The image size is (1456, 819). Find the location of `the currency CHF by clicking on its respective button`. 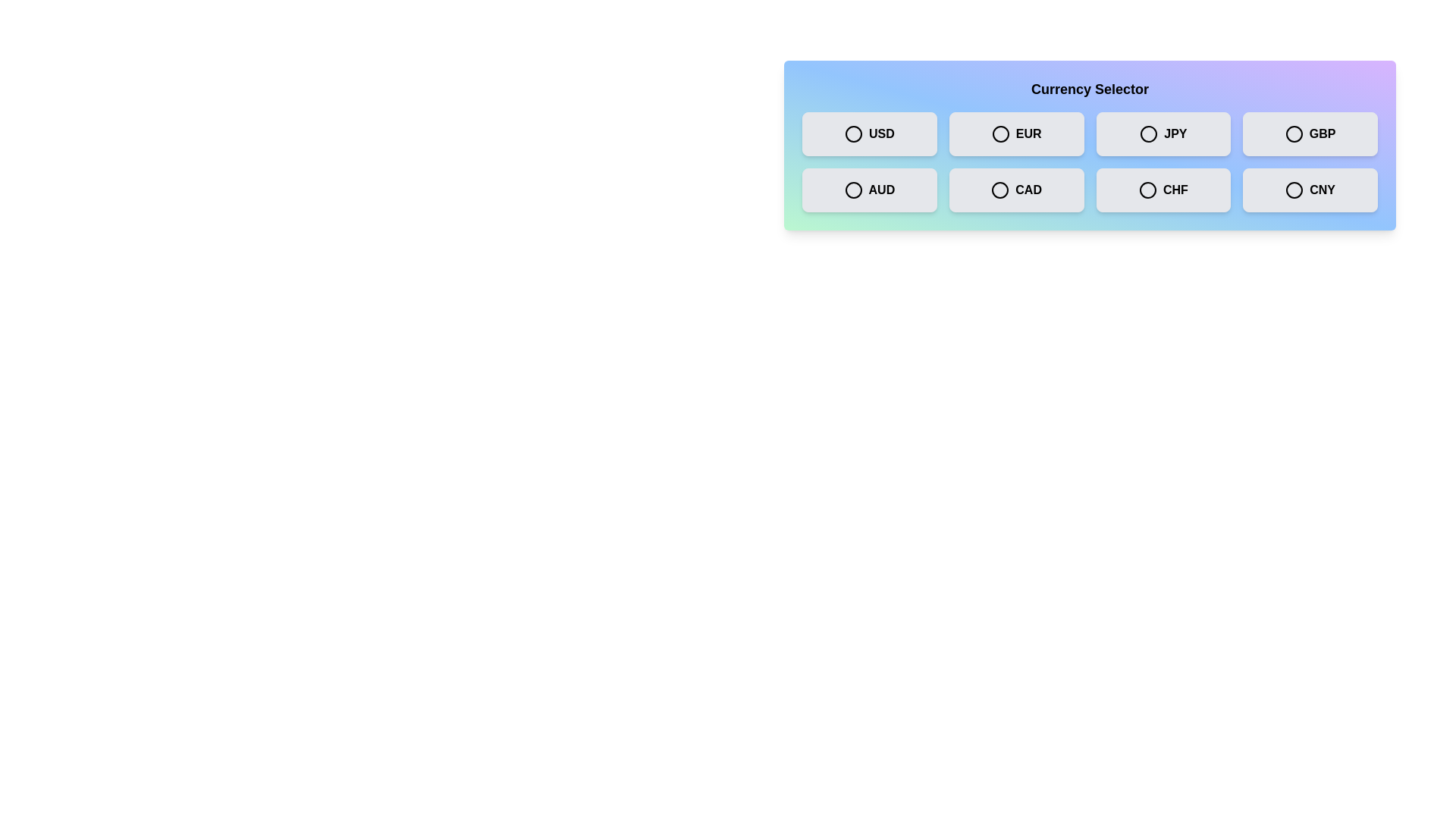

the currency CHF by clicking on its respective button is located at coordinates (1163, 189).